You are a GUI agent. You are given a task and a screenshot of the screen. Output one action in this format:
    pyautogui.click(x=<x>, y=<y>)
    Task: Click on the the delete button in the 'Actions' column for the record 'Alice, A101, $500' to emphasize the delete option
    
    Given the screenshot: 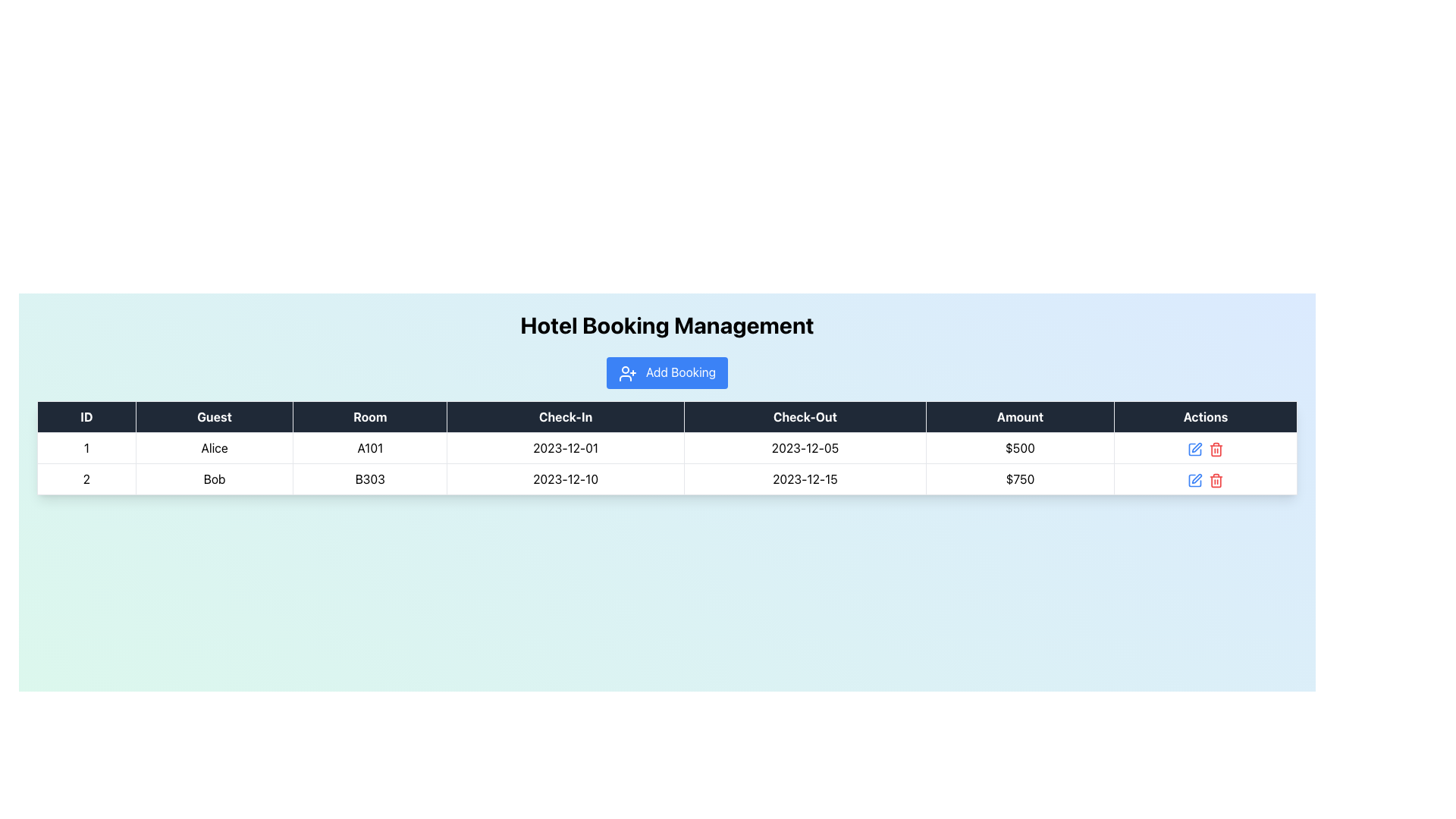 What is the action you would take?
    pyautogui.click(x=1216, y=447)
    